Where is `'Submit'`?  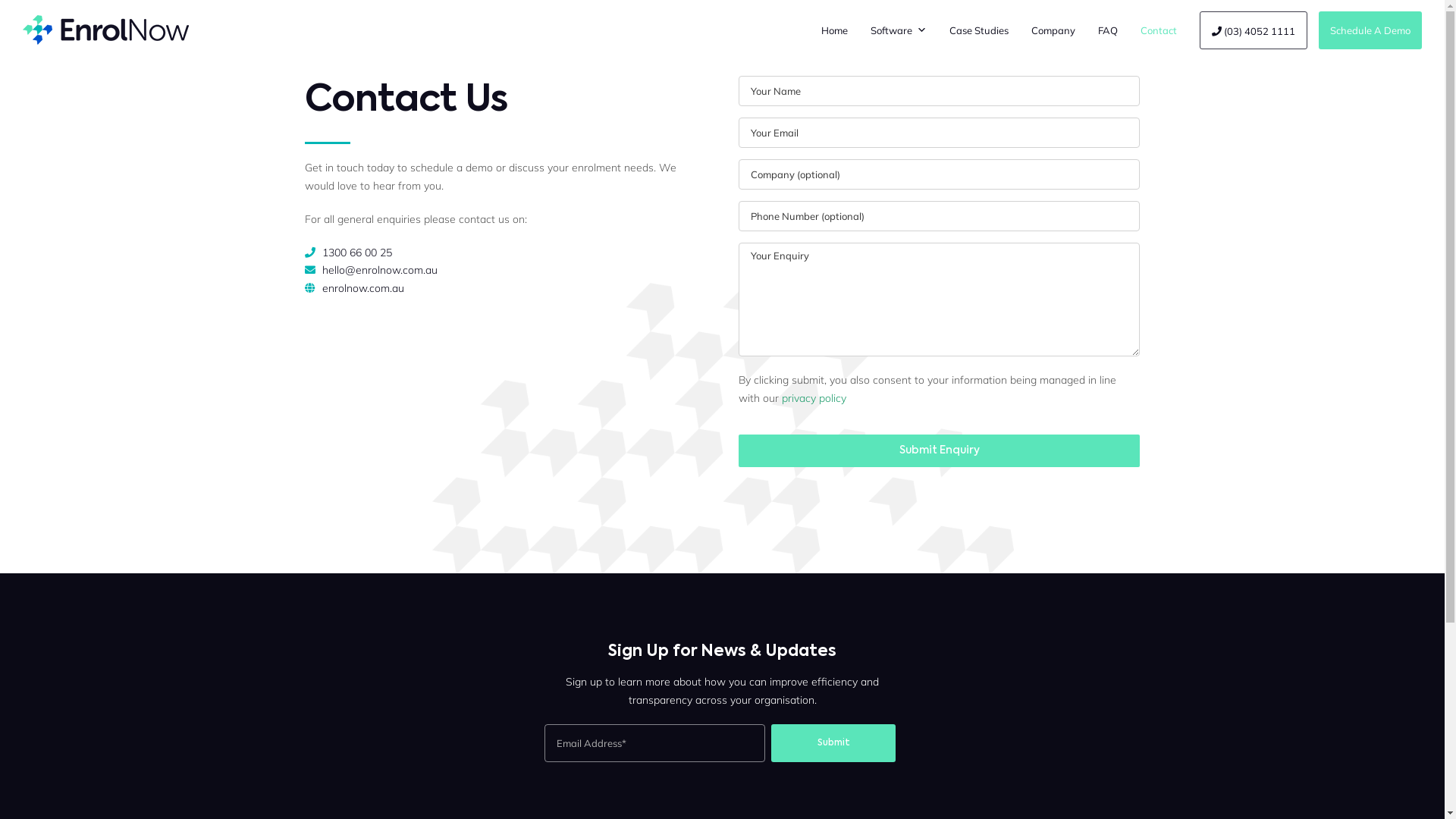
'Submit' is located at coordinates (833, 742).